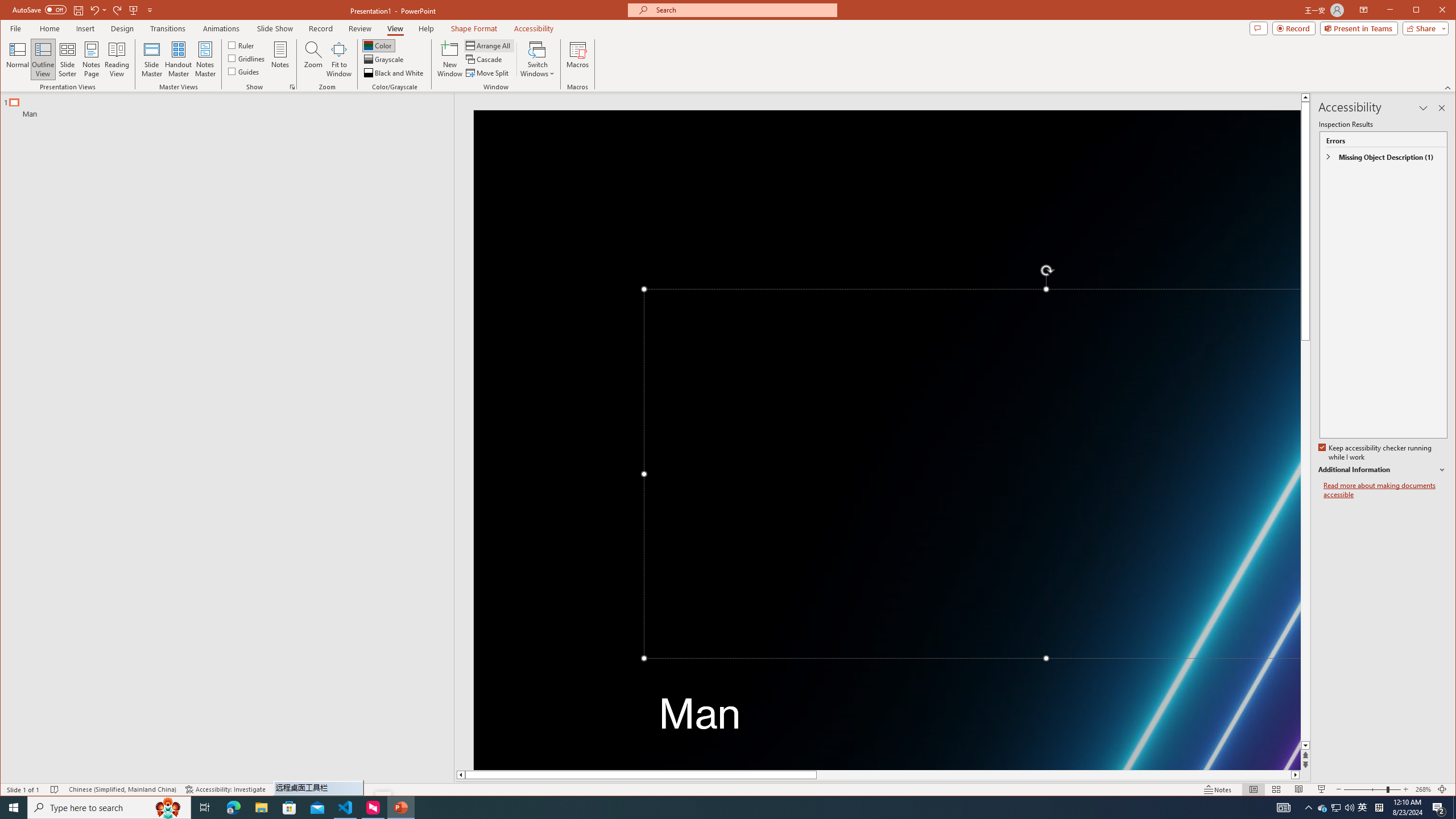 The height and width of the screenshot is (819, 1456). I want to click on 'New Window', so click(450, 59).